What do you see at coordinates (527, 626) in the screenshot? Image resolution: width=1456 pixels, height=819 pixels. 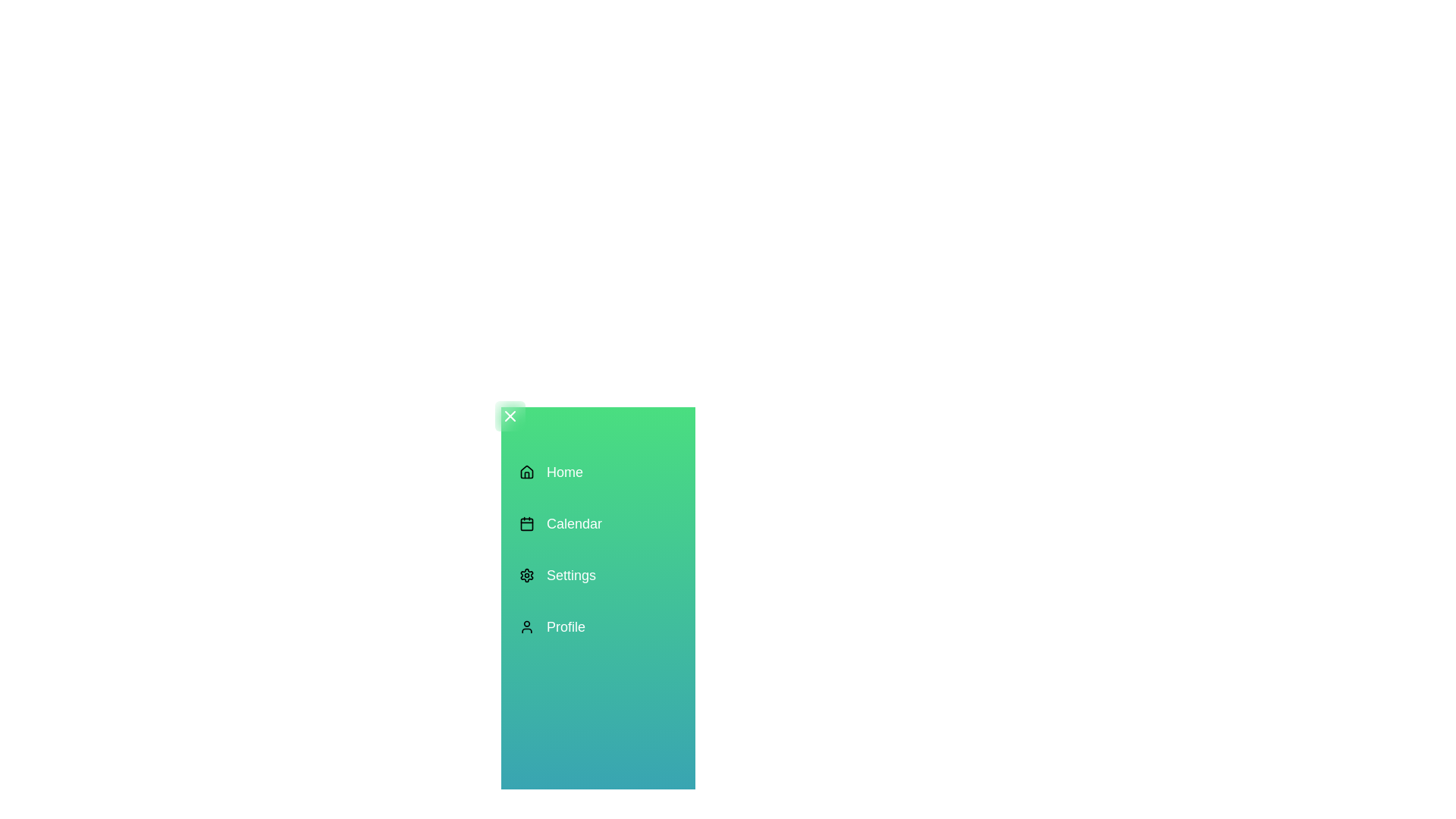 I see `the user profile icon, which is styled as an outline of a person and is located in the left-side menu preceding the 'Profile' text label` at bounding box center [527, 626].